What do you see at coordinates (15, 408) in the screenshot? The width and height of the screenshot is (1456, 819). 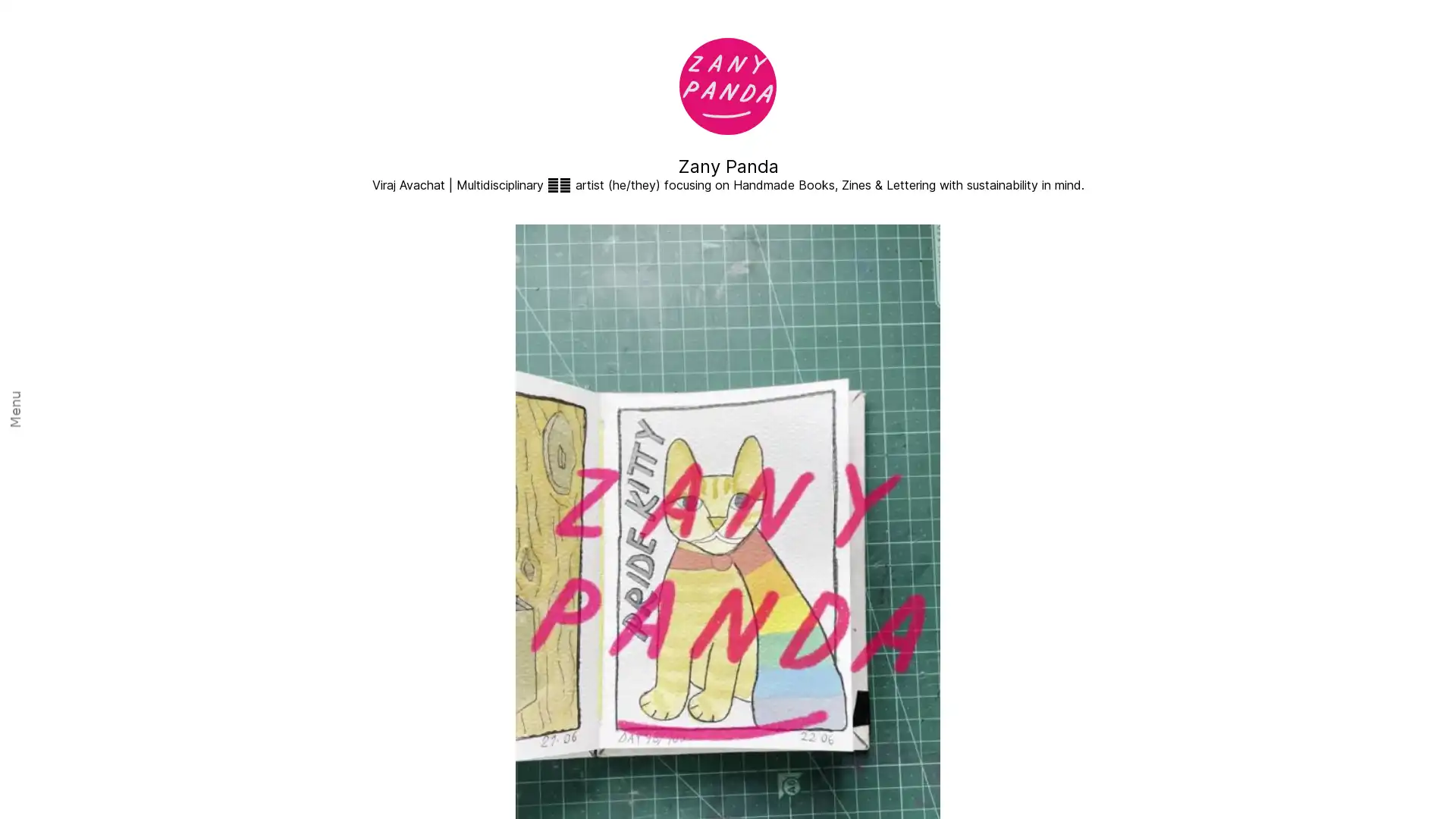 I see `Menu` at bounding box center [15, 408].